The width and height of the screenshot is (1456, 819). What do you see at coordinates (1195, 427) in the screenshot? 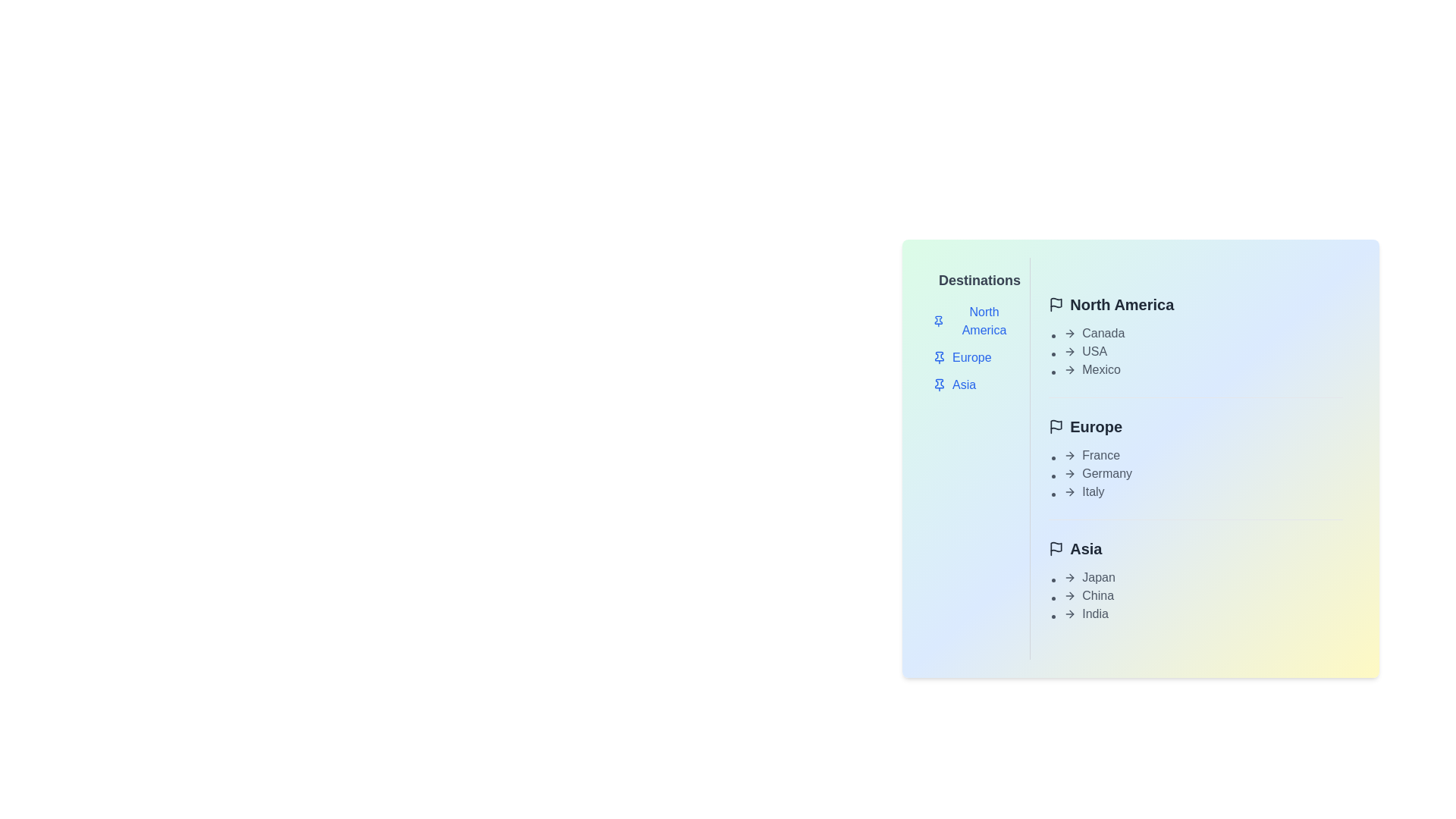
I see `the text-based header for the Europe region` at bounding box center [1195, 427].